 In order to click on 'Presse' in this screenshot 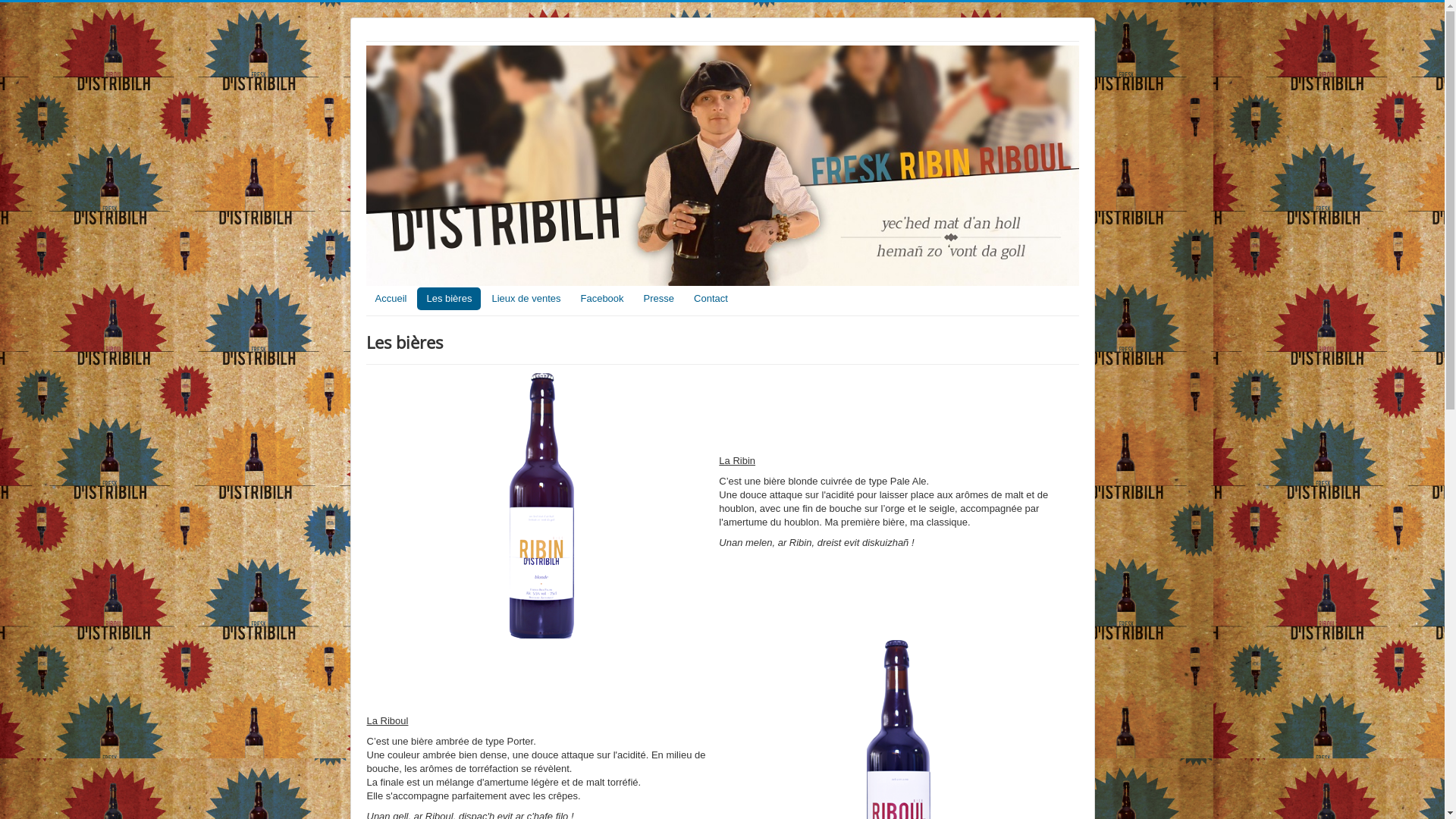, I will do `click(658, 298)`.